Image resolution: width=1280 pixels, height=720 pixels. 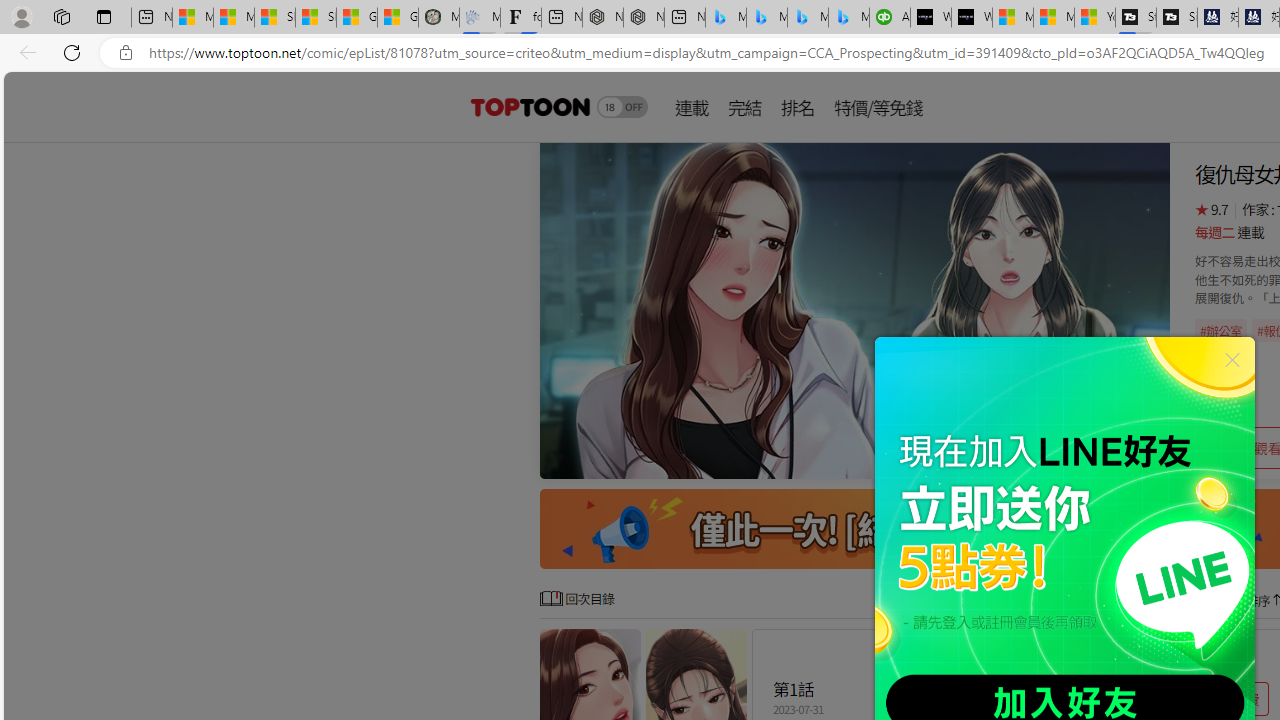 What do you see at coordinates (889, 17) in the screenshot?
I see `'Accounting Software for Accountants, CPAs and Bookkeepers'` at bounding box center [889, 17].